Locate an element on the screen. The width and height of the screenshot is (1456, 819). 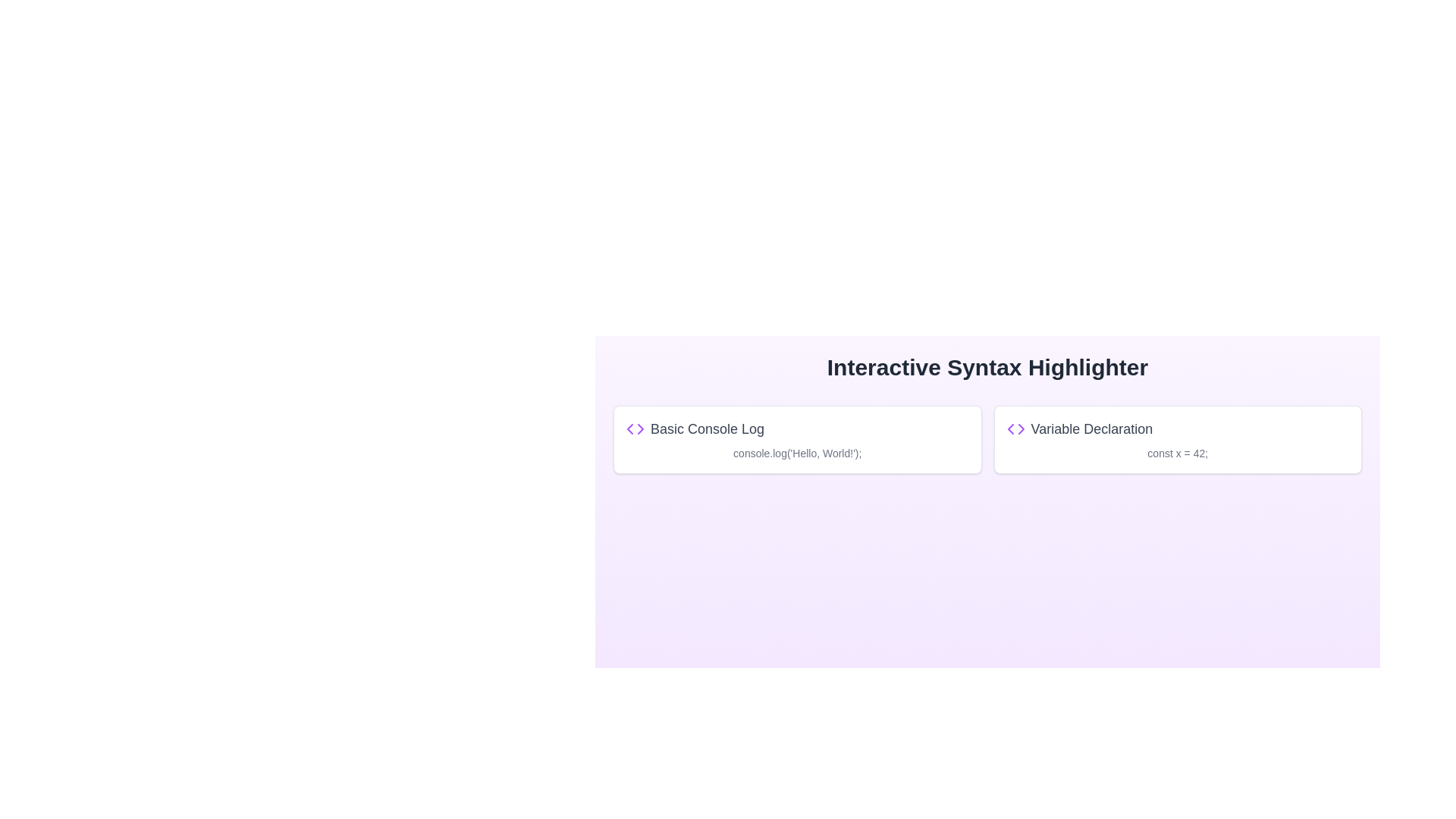
the purple left-pointing triangular icon located in the interactive syntax highlighter section under the header 'Interactive Syntax Highlighter' within the left box labeled 'Basic Console Log' is located at coordinates (1010, 429).